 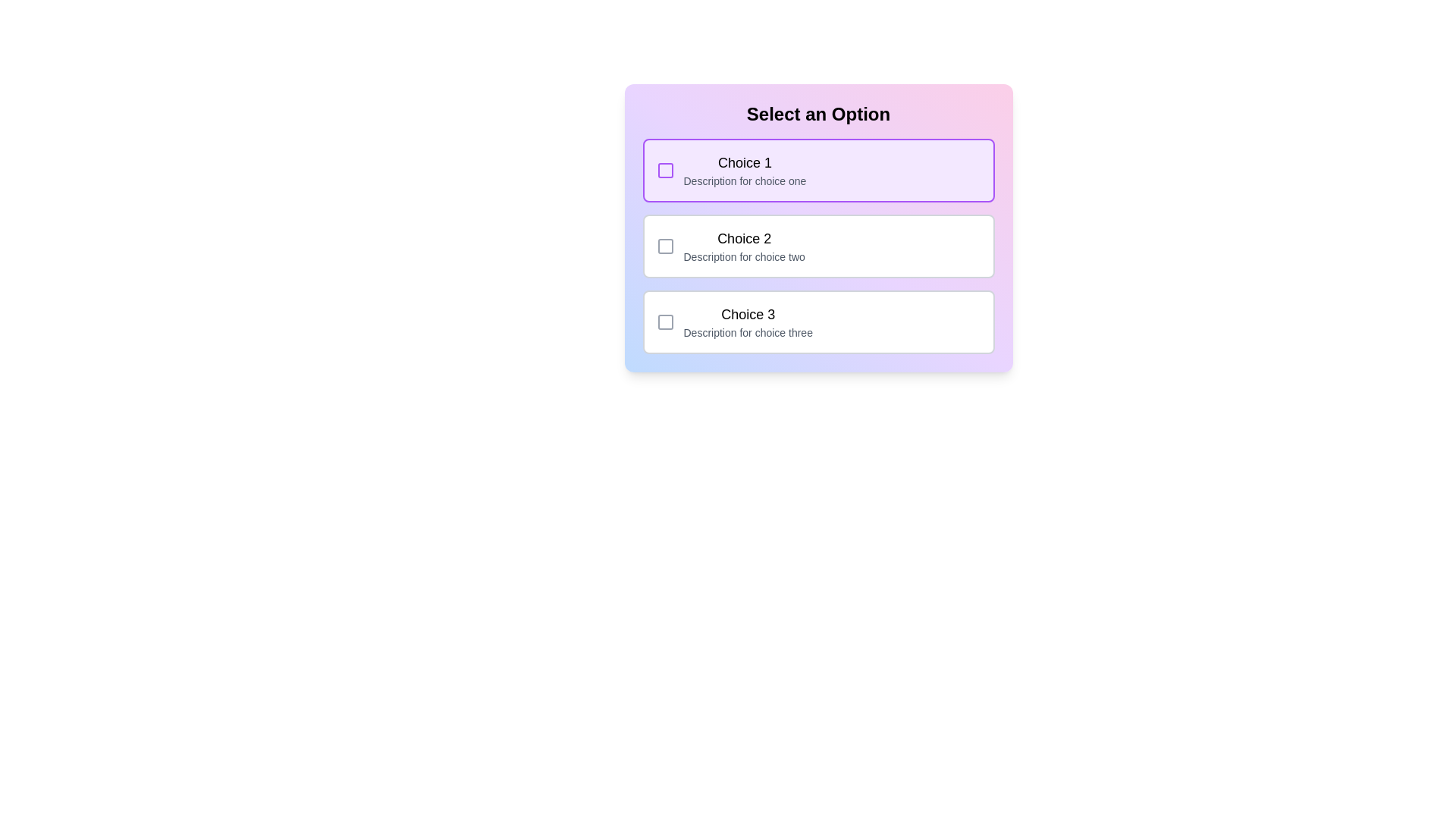 I want to click on the checkbox icon with a purple outline located to the left of the text 'Choice 1', so click(x=665, y=170).